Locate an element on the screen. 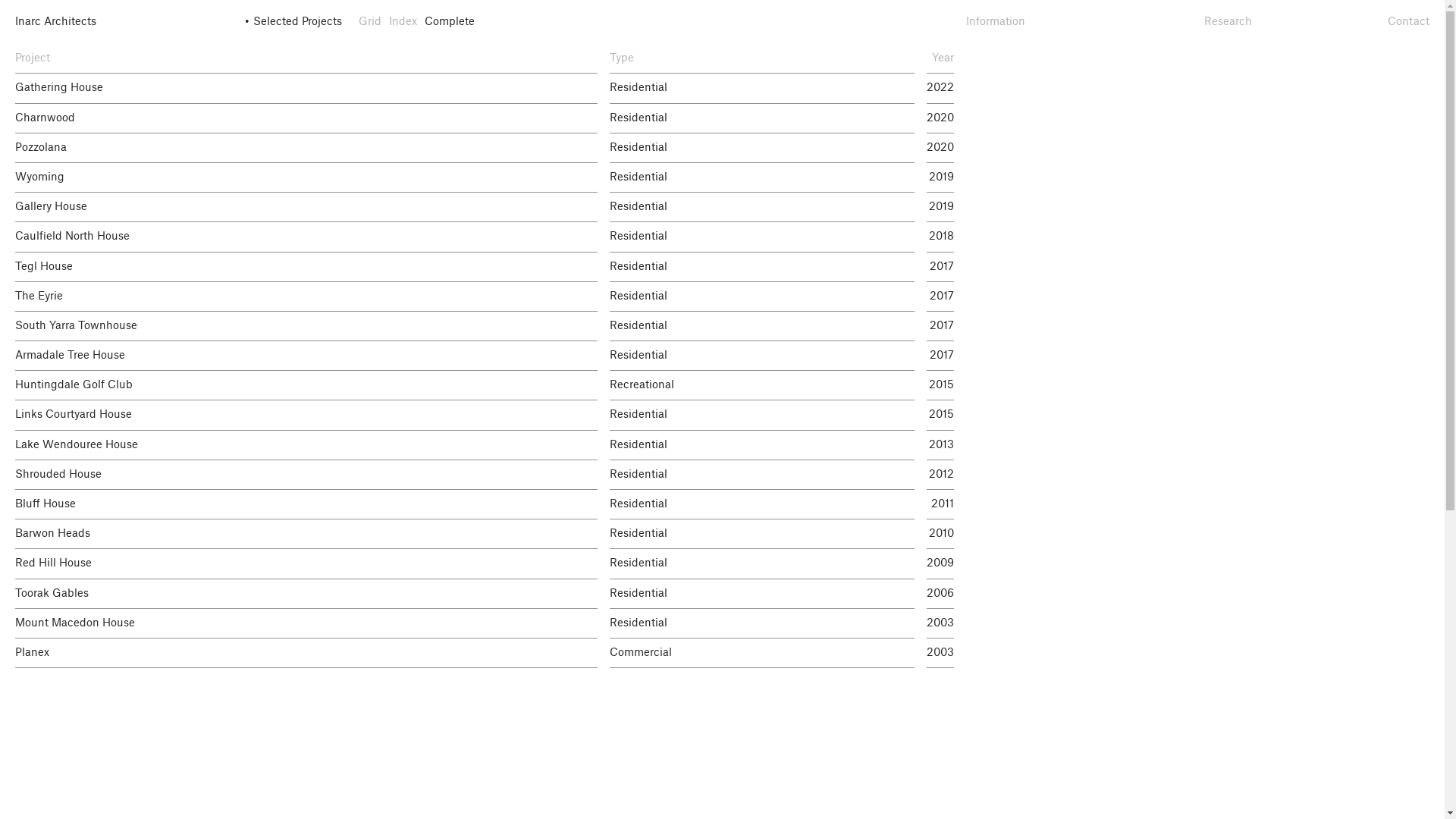 The height and width of the screenshot is (819, 1456). 'Grid' is located at coordinates (369, 22).